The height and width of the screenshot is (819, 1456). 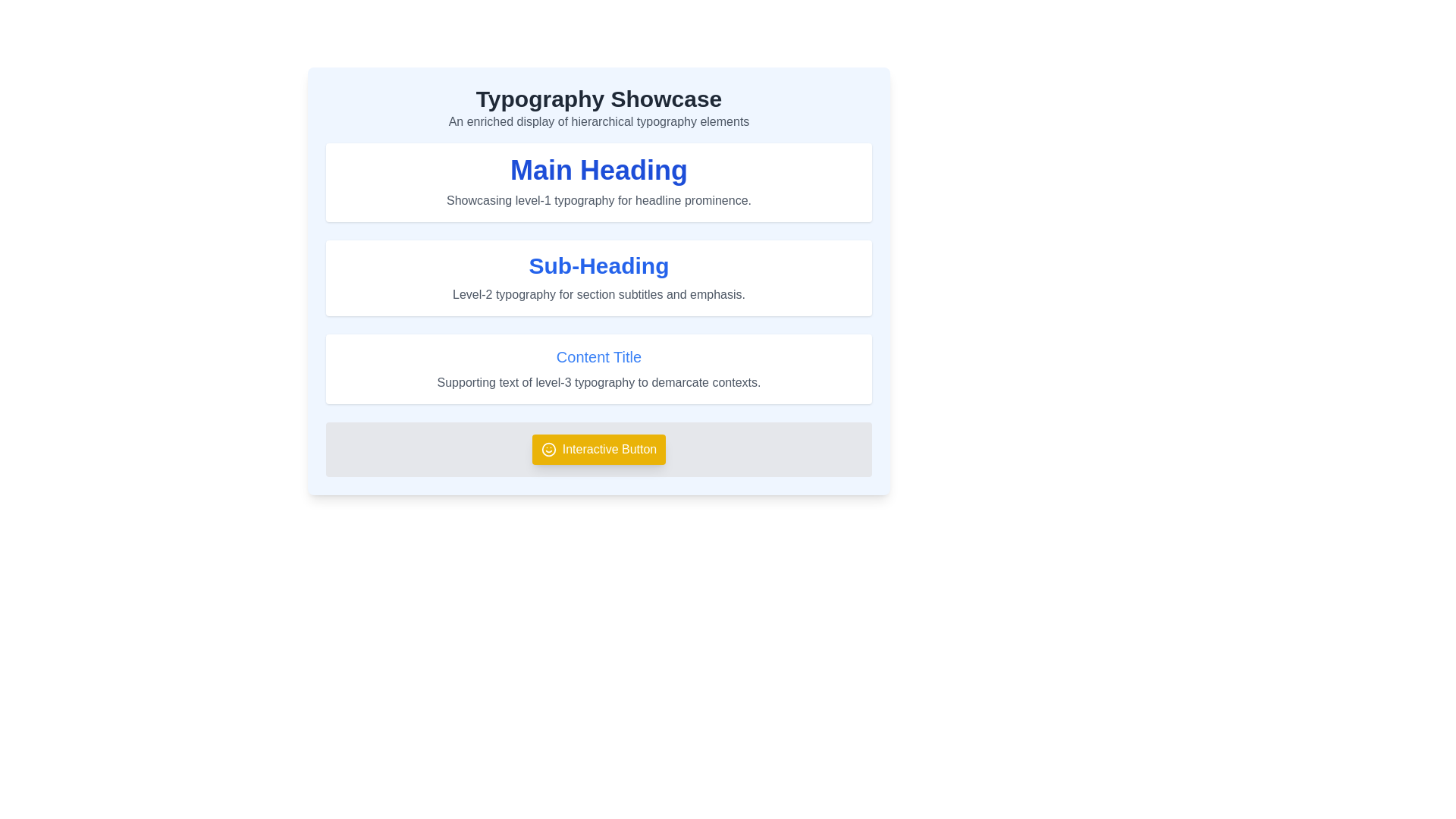 I want to click on the interactive button located at the bottom of the vertically aligned list of components under the 'Content Title' section, so click(x=598, y=449).